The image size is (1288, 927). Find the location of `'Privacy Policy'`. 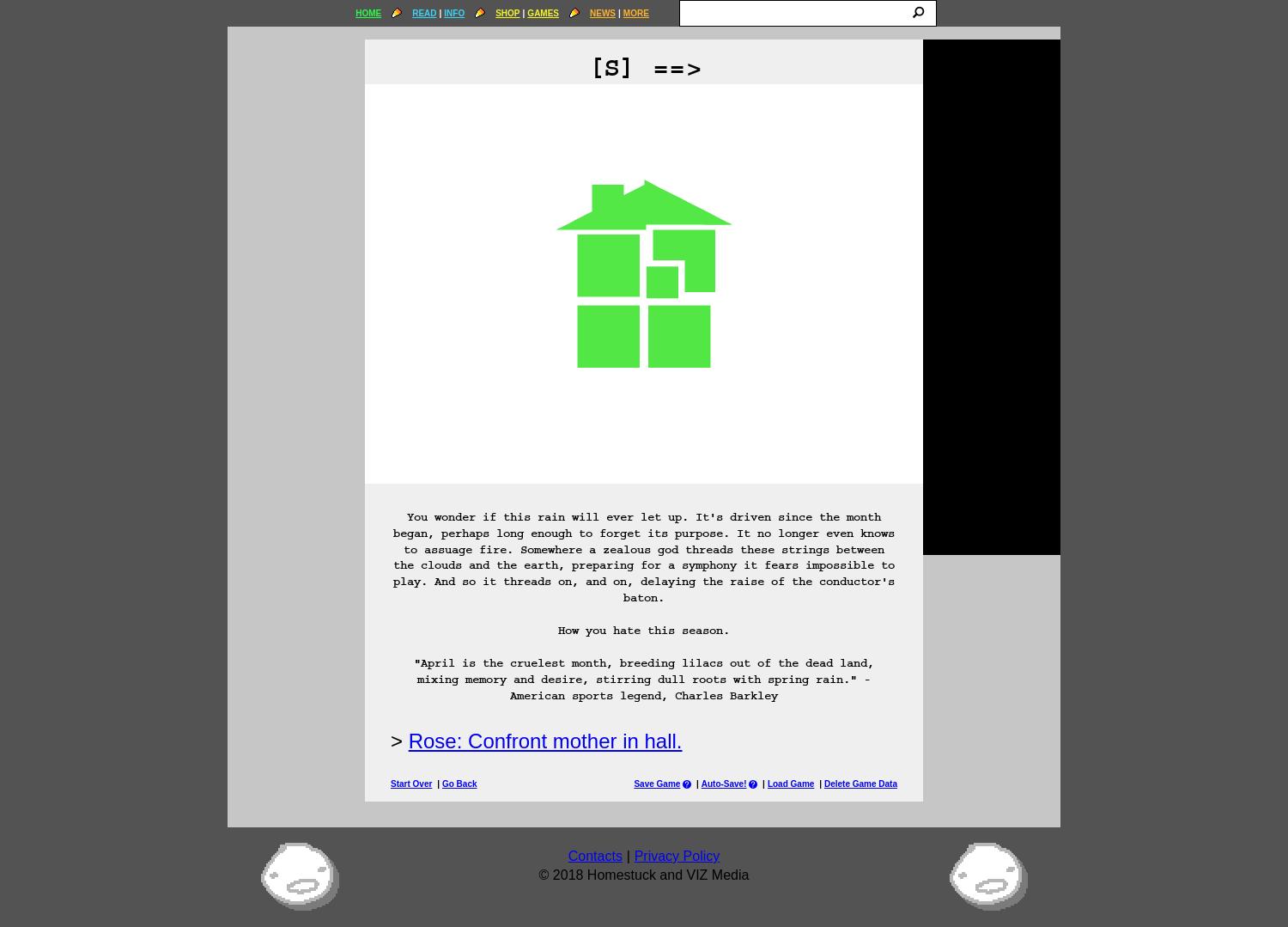

'Privacy Policy' is located at coordinates (676, 856).